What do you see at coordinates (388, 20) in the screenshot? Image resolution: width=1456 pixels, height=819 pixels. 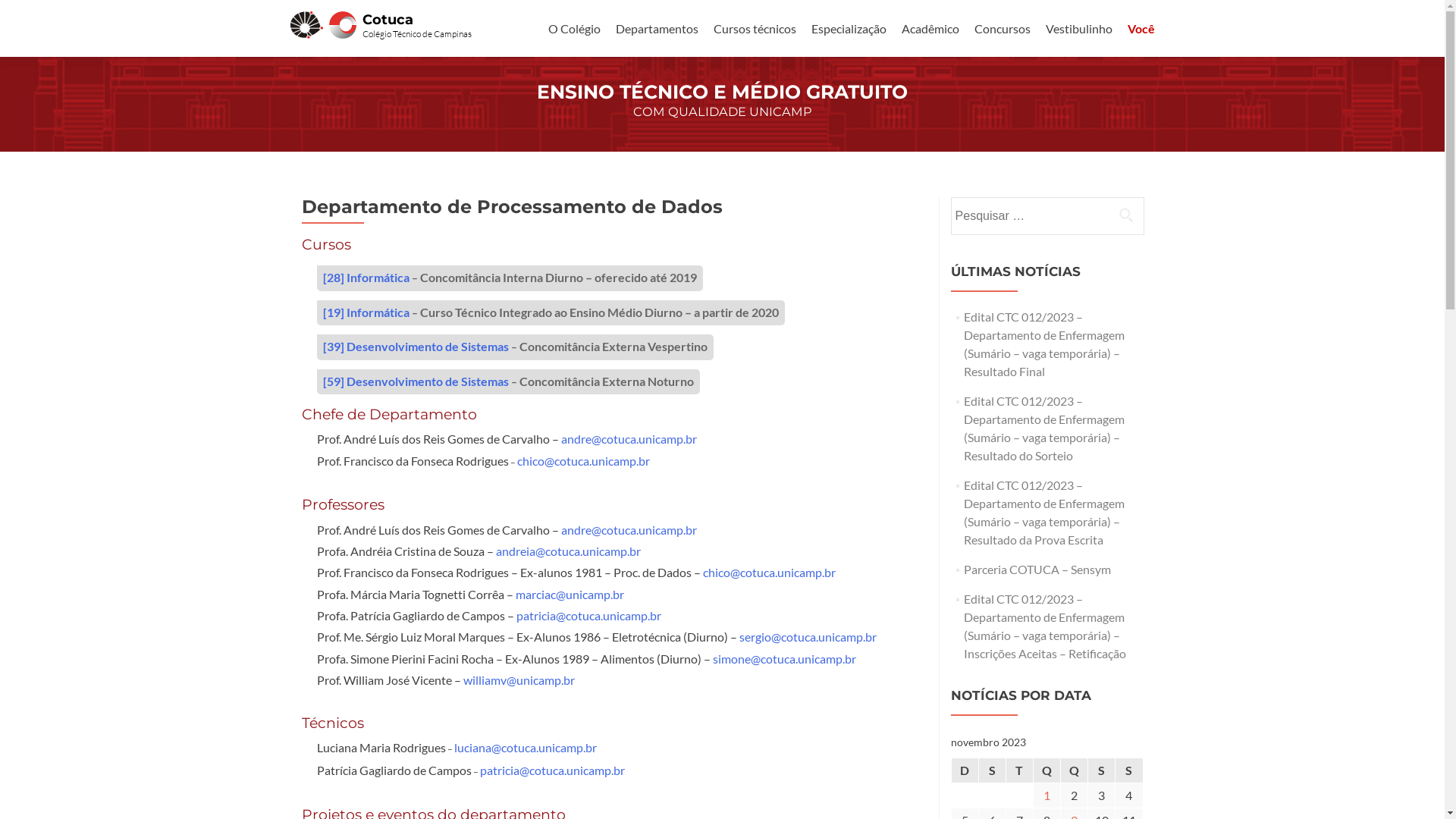 I see `'Cotuca'` at bounding box center [388, 20].